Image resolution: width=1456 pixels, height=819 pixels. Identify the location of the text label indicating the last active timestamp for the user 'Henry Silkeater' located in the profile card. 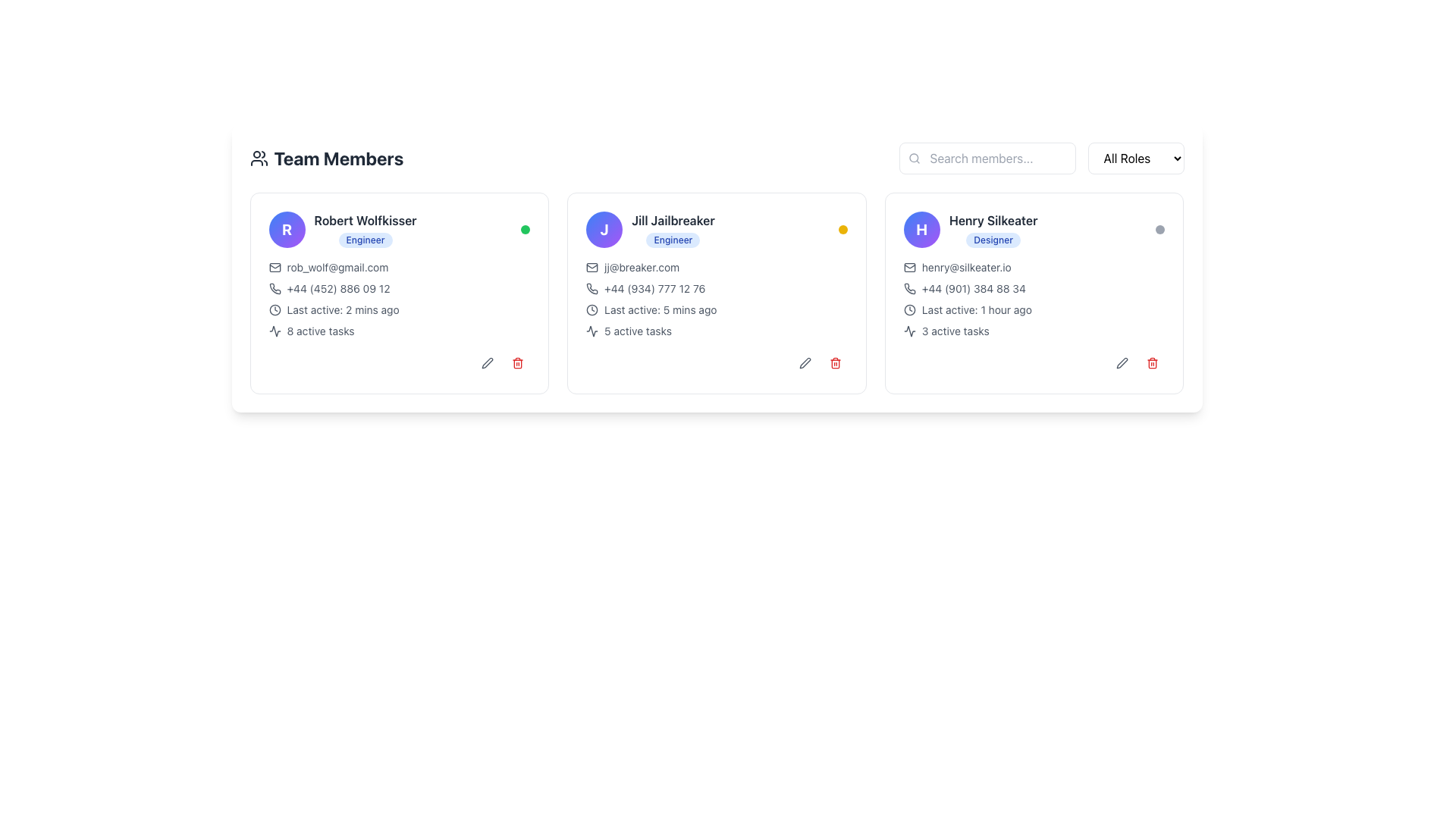
(977, 309).